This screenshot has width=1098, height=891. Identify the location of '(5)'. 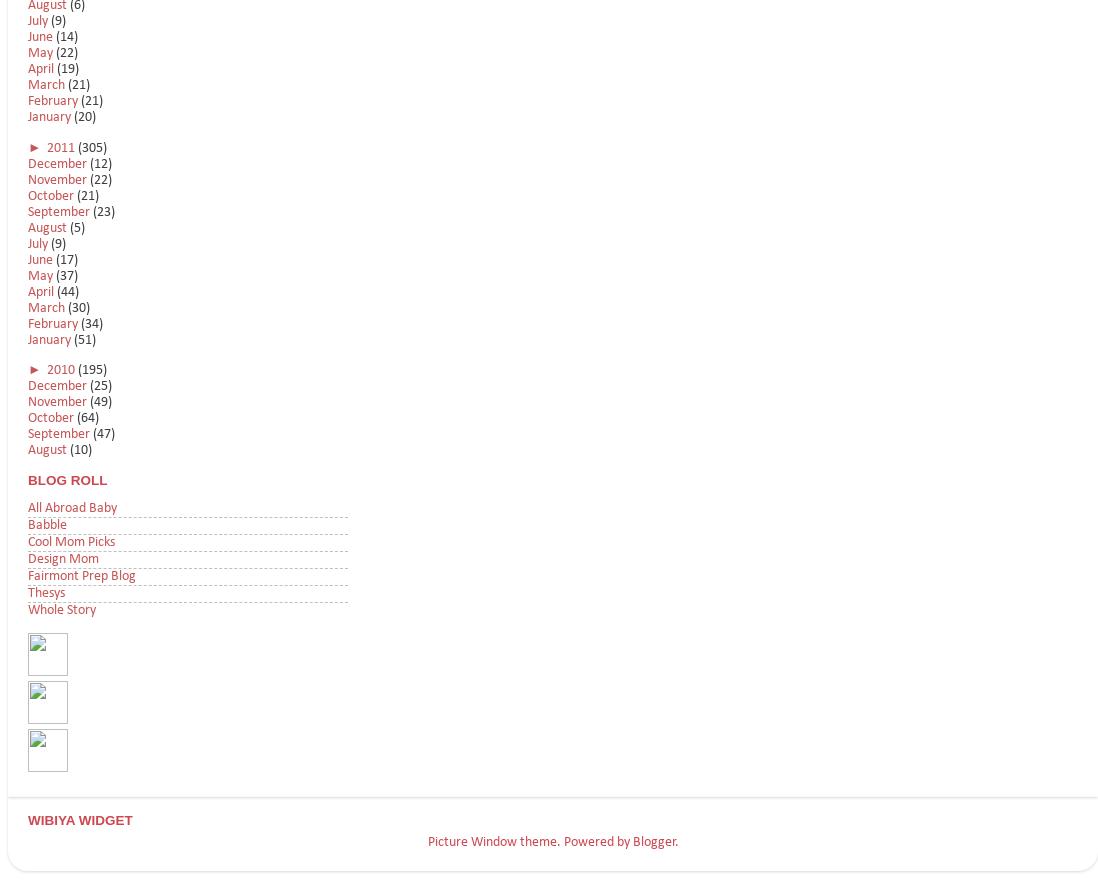
(76, 227).